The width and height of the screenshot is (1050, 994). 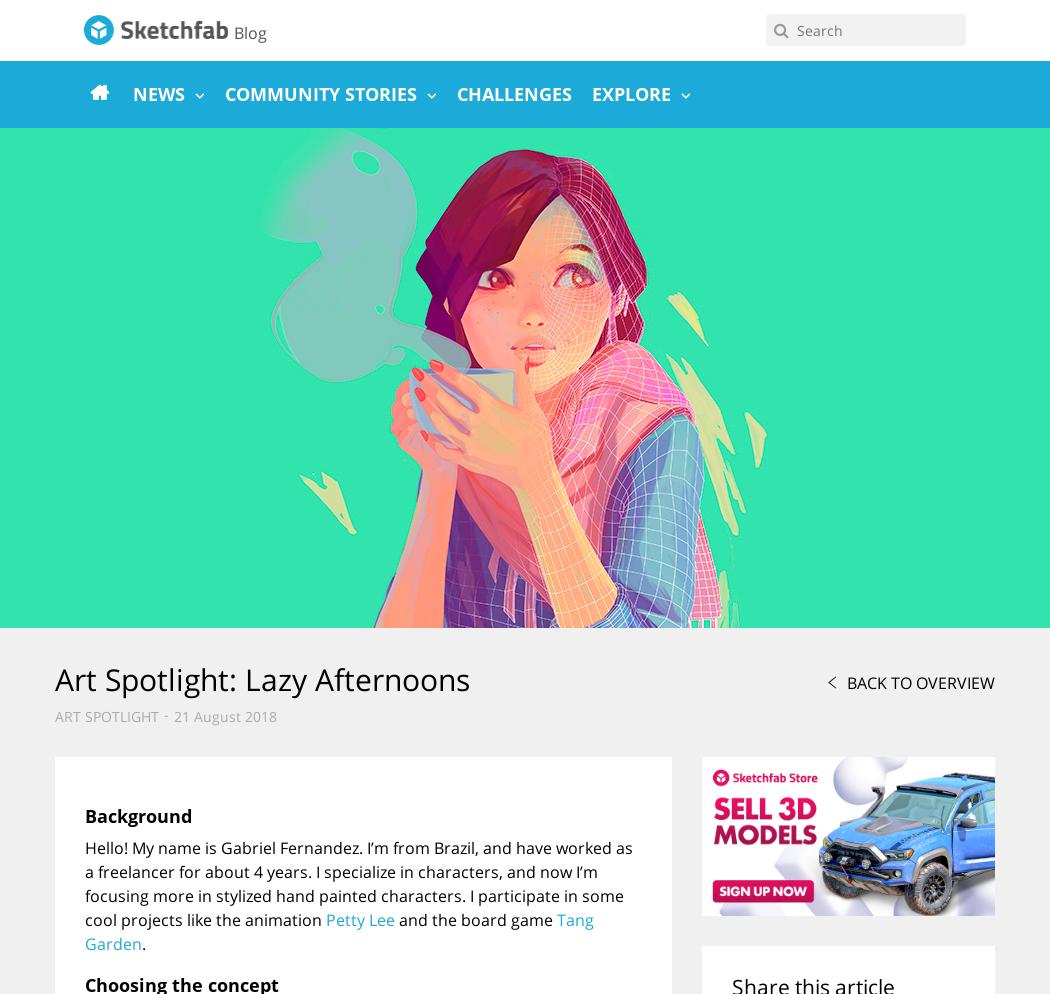 I want to click on 'Explore', so click(x=590, y=94).